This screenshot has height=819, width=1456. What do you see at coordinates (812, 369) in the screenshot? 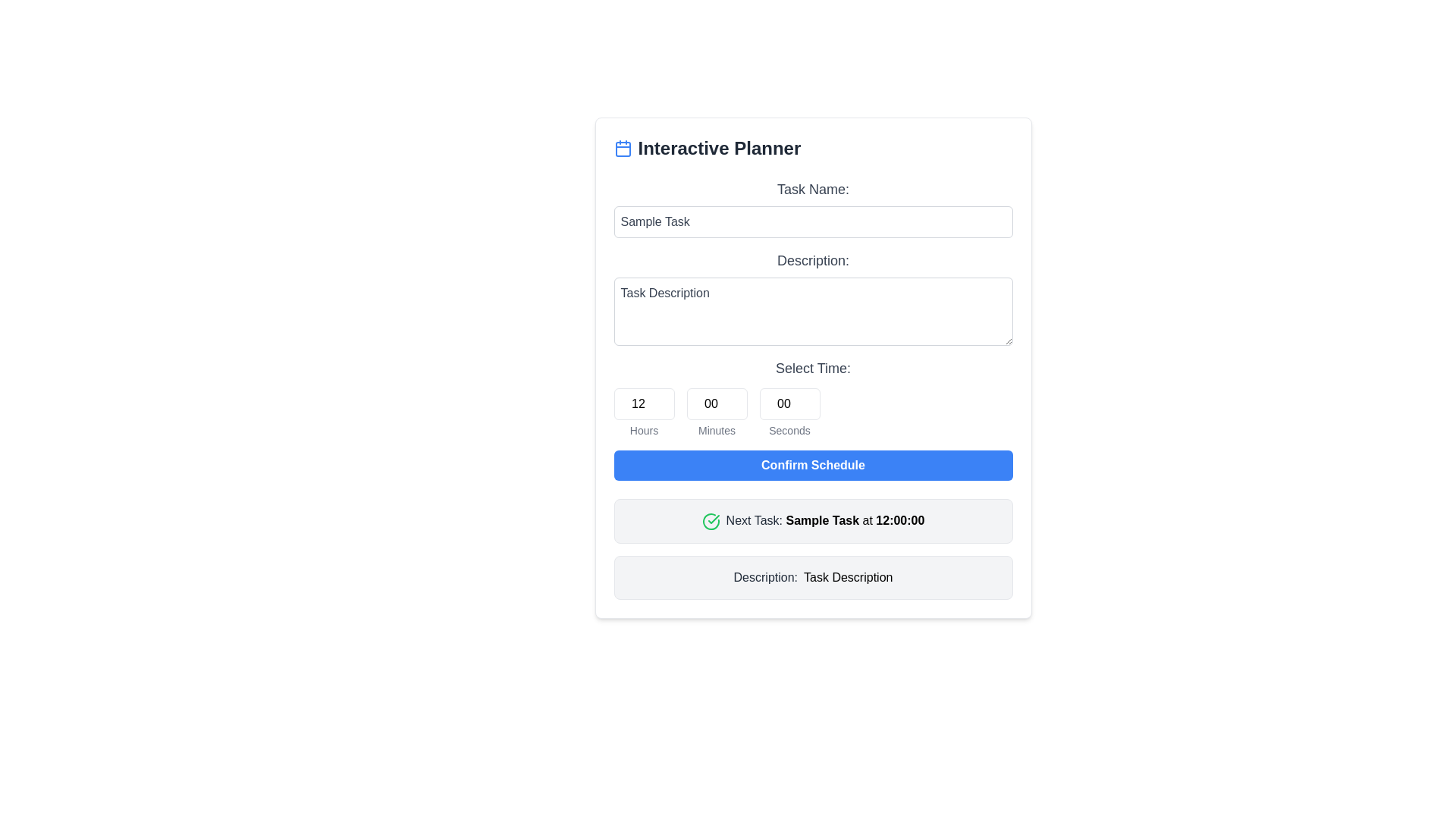
I see `the fourth Text Label that indicates the purpose of the time input fields, positioned below the 'Description:' label and above the input fields` at bounding box center [812, 369].